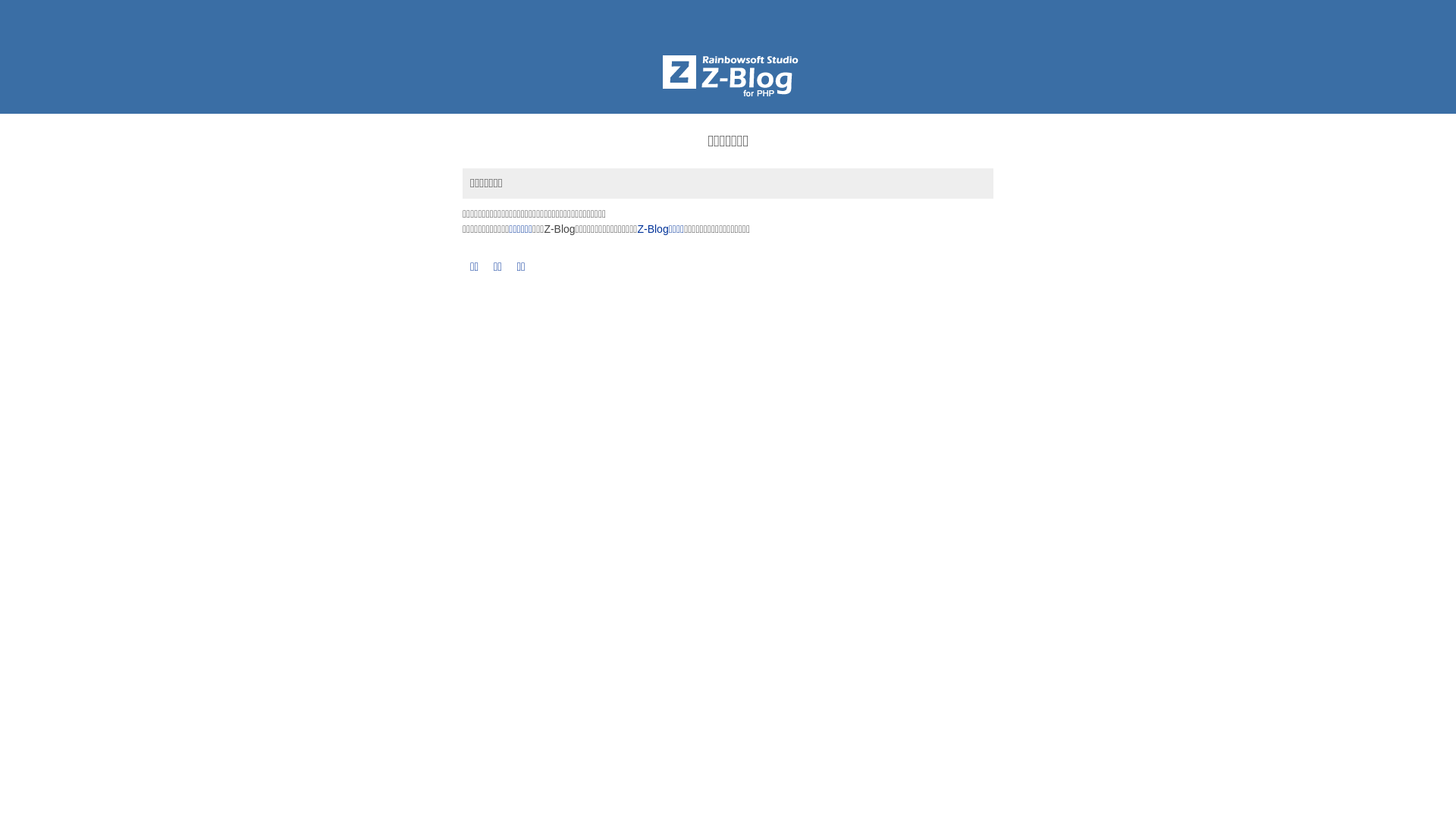 The width and height of the screenshot is (1456, 819). I want to click on 'Z-BlogPHP', so click(728, 72).